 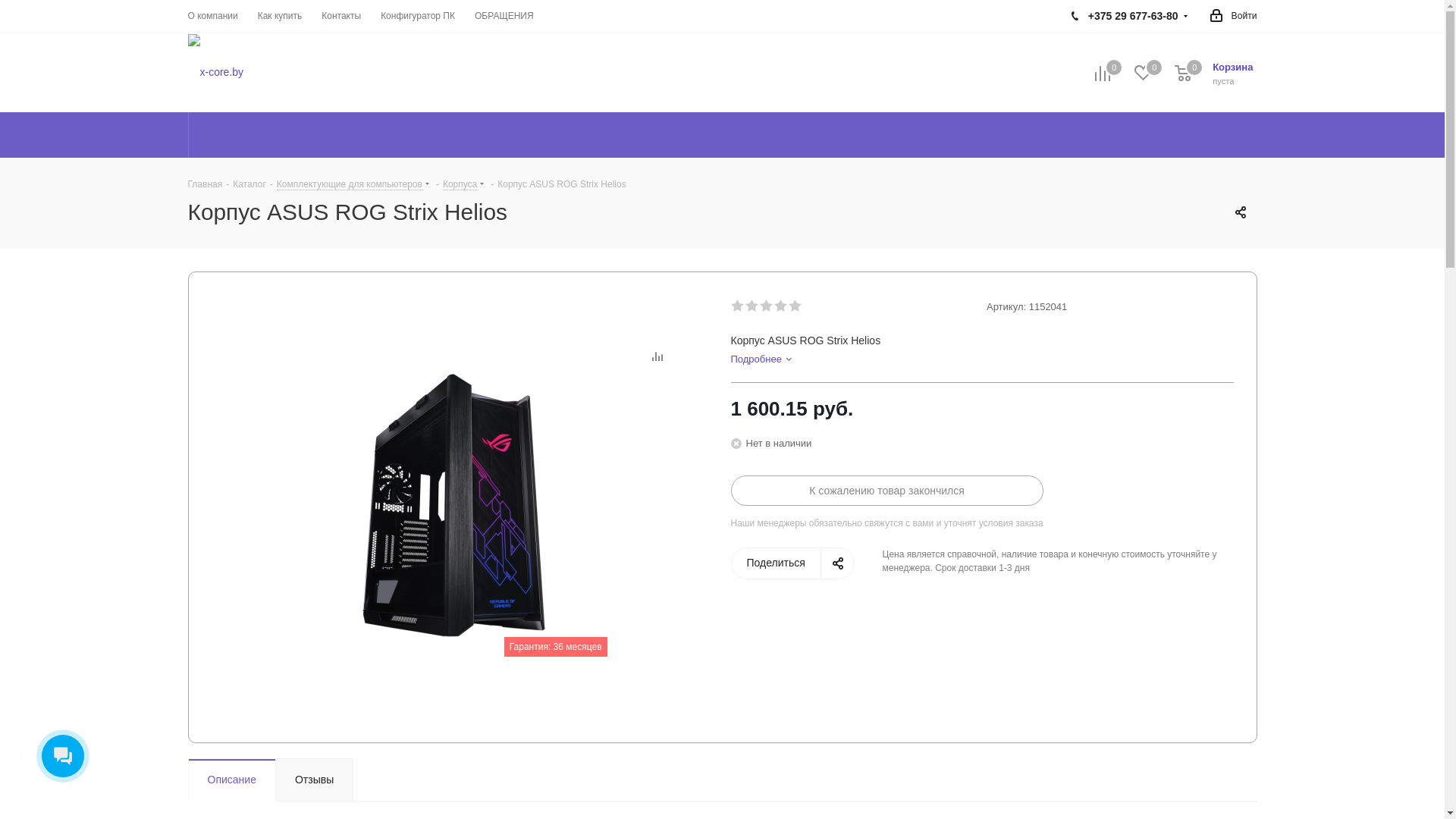 What do you see at coordinates (780, 306) in the screenshot?
I see `'4'` at bounding box center [780, 306].